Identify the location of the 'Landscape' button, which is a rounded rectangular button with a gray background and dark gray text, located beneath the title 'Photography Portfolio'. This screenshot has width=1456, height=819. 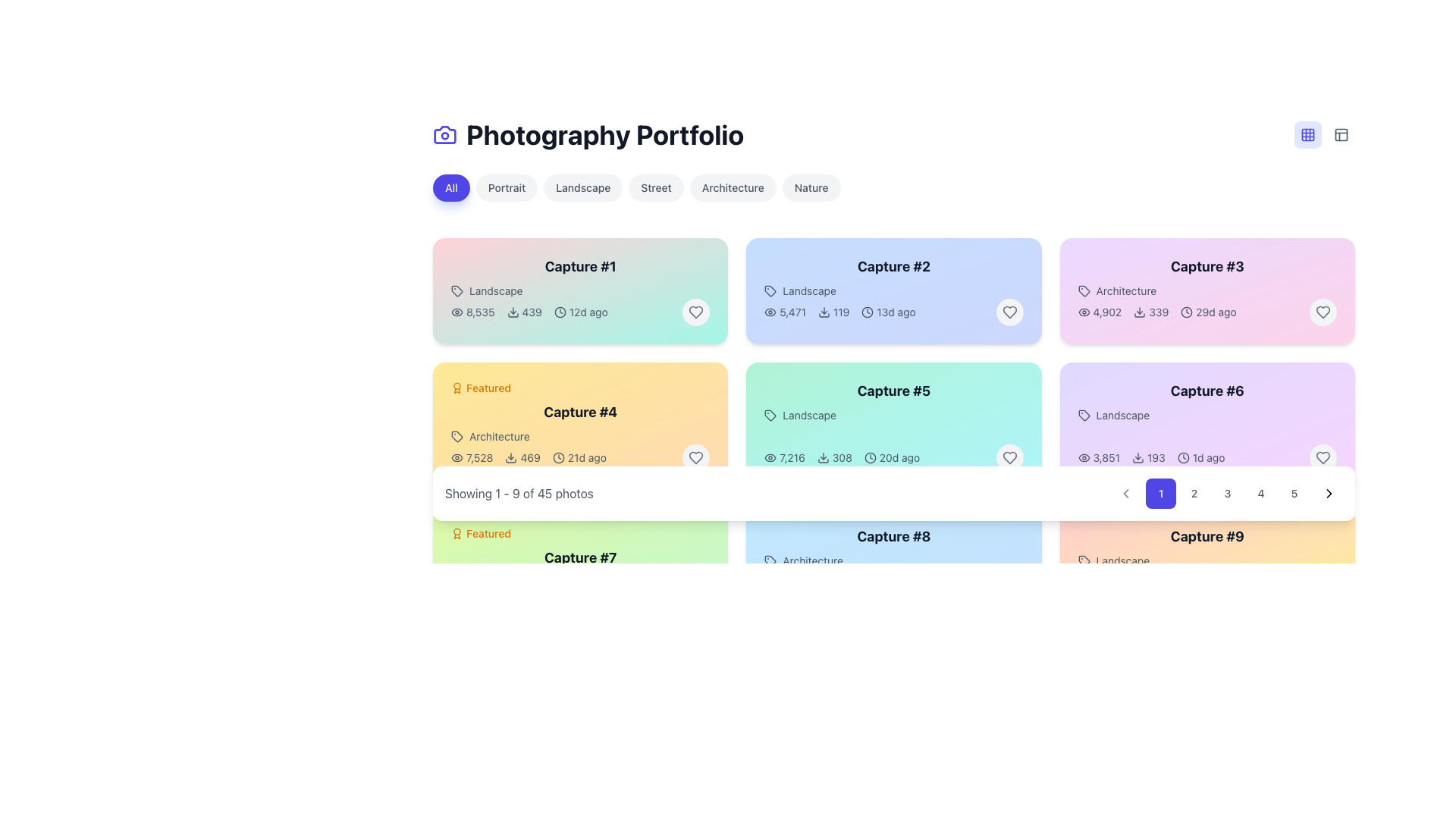
(582, 187).